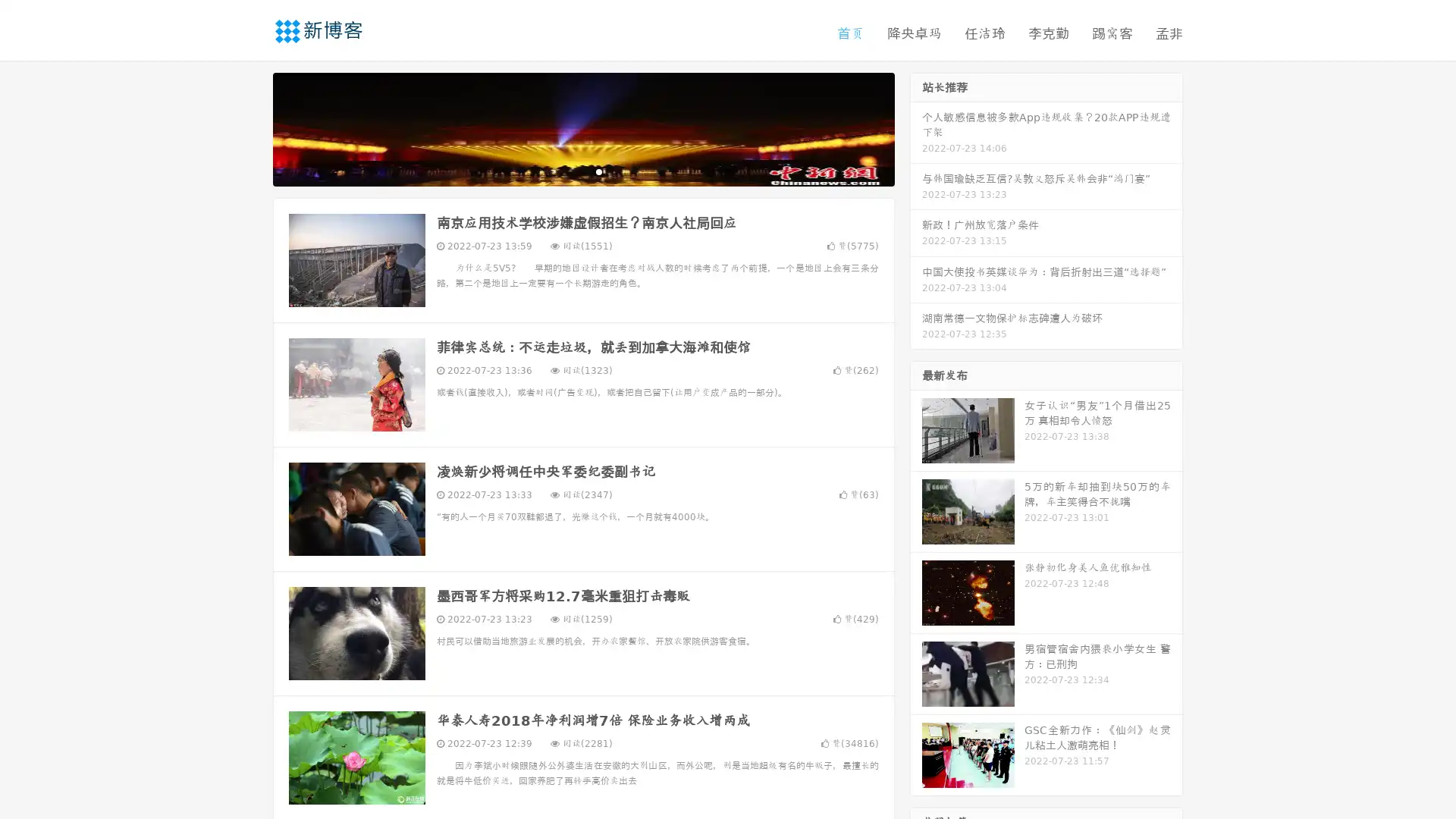 The image size is (1456, 819). I want to click on Go to slide 2, so click(582, 171).